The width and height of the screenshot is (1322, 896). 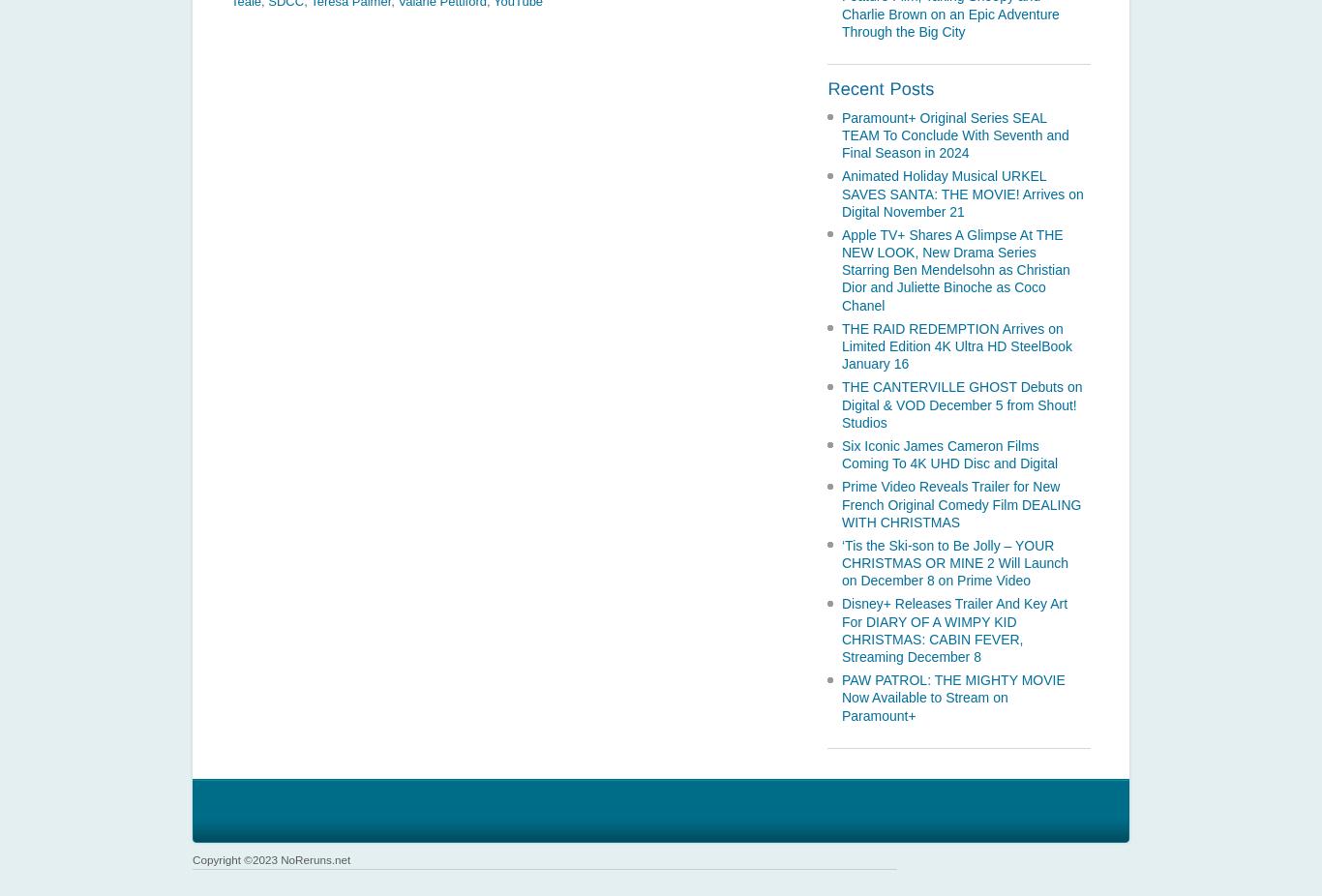 I want to click on 'THE CANTERVILLE GHOST Debuts on Digital & VOD December 5 from Shout! Studios', so click(x=962, y=403).